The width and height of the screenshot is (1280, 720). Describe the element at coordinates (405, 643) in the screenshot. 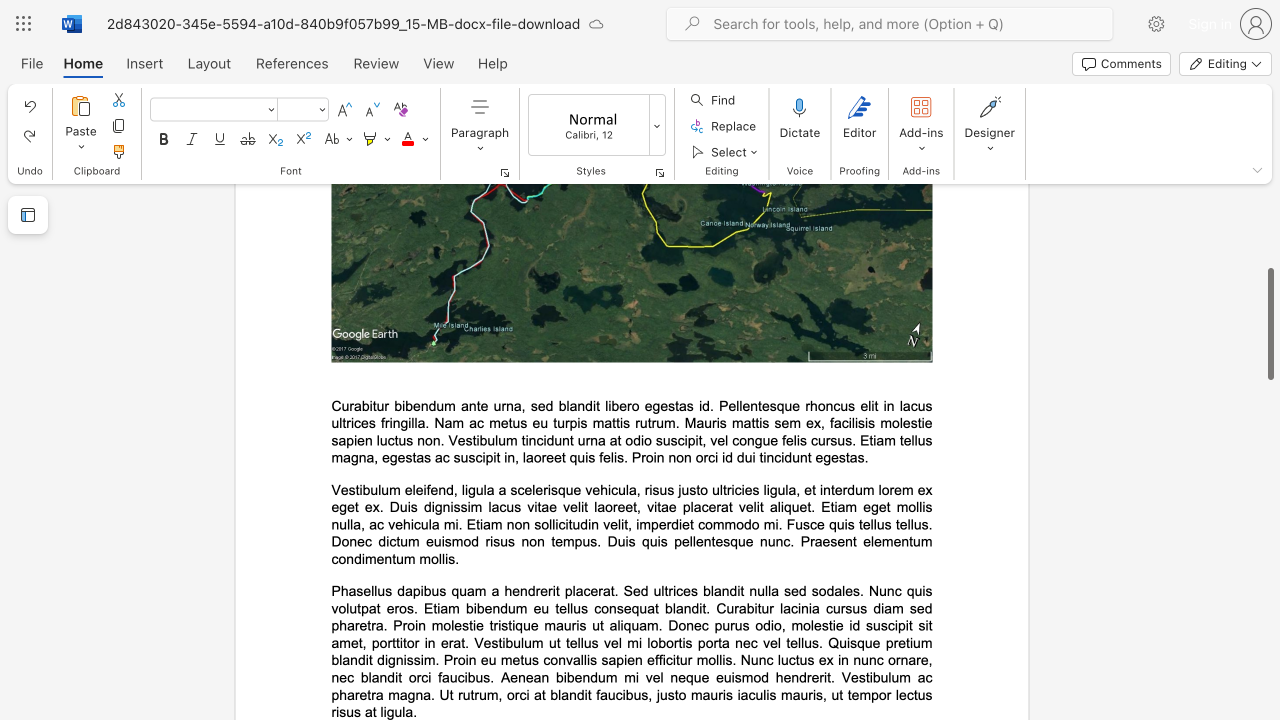

I see `the subset text "or in erat. Vestibulum ut tellus vel mi lobortis porta nec vel tellus. Quisque pretium blandit dignissim. Proin eu metus convallis sapien efficitur mollis. Nunc luctus ex in nunc ornare, nec blandit orci faucibus. Aenean bibendum mi vel neque euismod hendrerit. Vestibulum ac pharetra magna. Ut rutrum, orci at blandit faucibus, justo mauris iaculis mauris, ut tempor lectus risus at ligu" within the text "Phasellus dapibus quam a hendrerit placerat. Sed ultrices blandit nulla sed sodales. Nunc quis volutpat eros. Etiam bibendum eu tellus consequat blandit. Curabitur lacinia cursus diam sed pharetra. Proin molestie tristique mauris ut aliquam. Donec purus odio, molestie id suscipit sit amet, porttitor in erat. Vestibulum ut tellus vel mi lobortis porta nec vel tellus. Quisque pretium blandit dignissim. Proin eu metus convallis sapien efficitur mollis. Nunc luctus ex in nunc ornare, nec blandit orci faucibus. Aenean bibendum mi vel neque euismod hendrerit. Vestibulum ac pharetra magna. Ut rutrum, orci at blandit faucibus, justo mauris iaculis mauris, ut tempor lectus risus at ligula."` at that location.